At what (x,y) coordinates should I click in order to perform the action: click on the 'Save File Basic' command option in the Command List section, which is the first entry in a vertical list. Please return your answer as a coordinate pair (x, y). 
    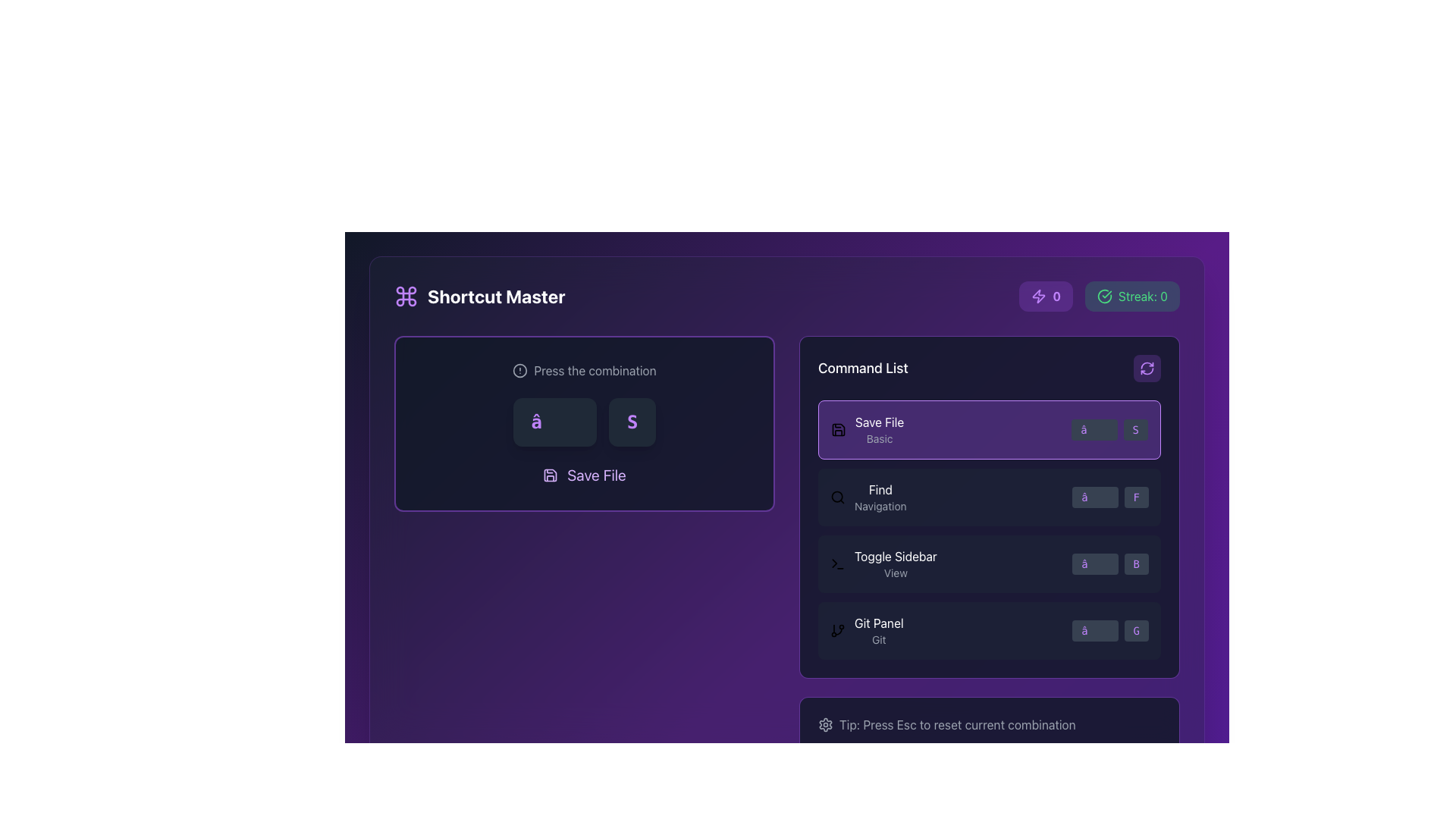
    Looking at the image, I should click on (868, 430).